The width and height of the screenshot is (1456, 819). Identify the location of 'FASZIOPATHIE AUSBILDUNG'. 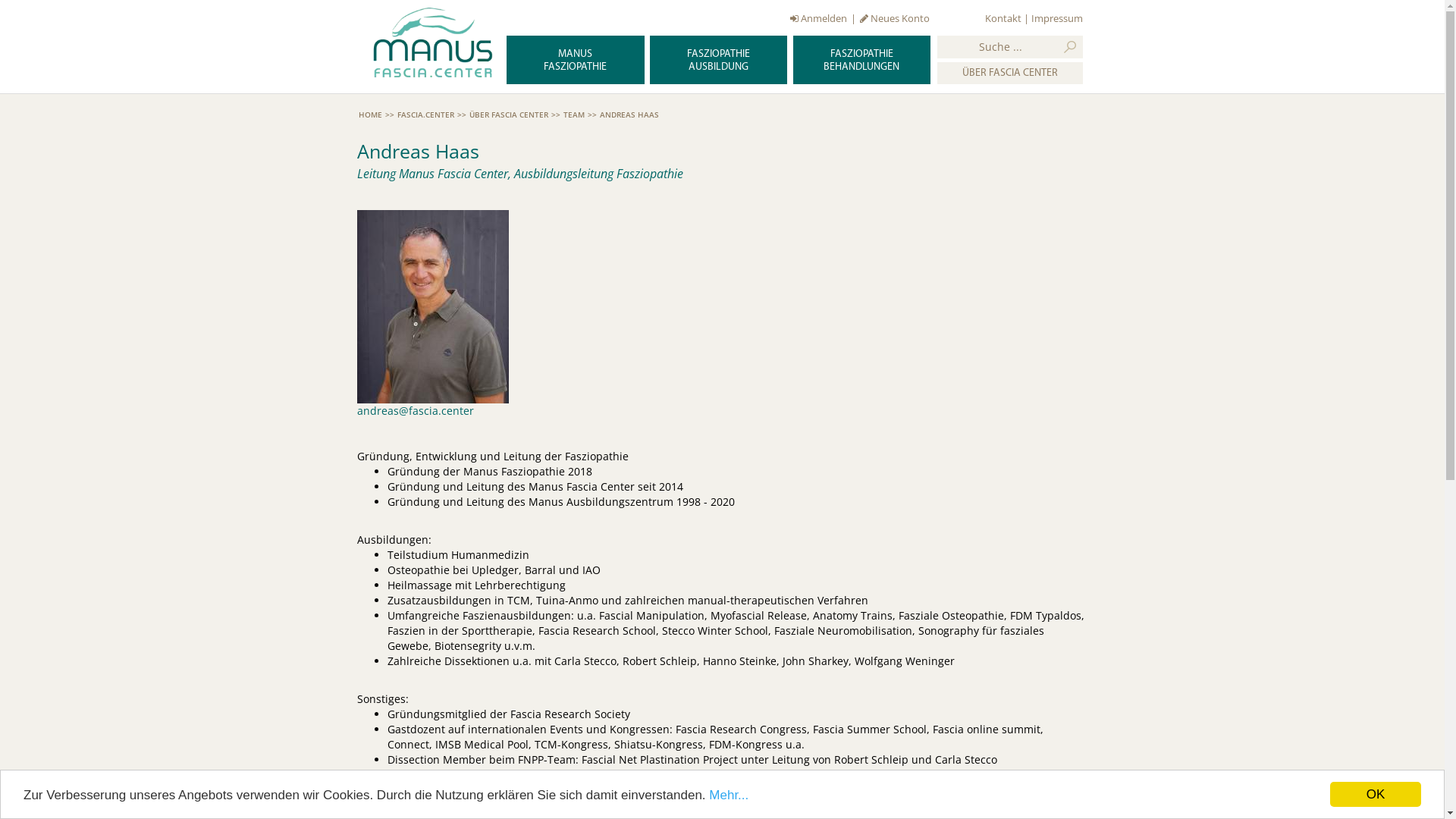
(717, 58).